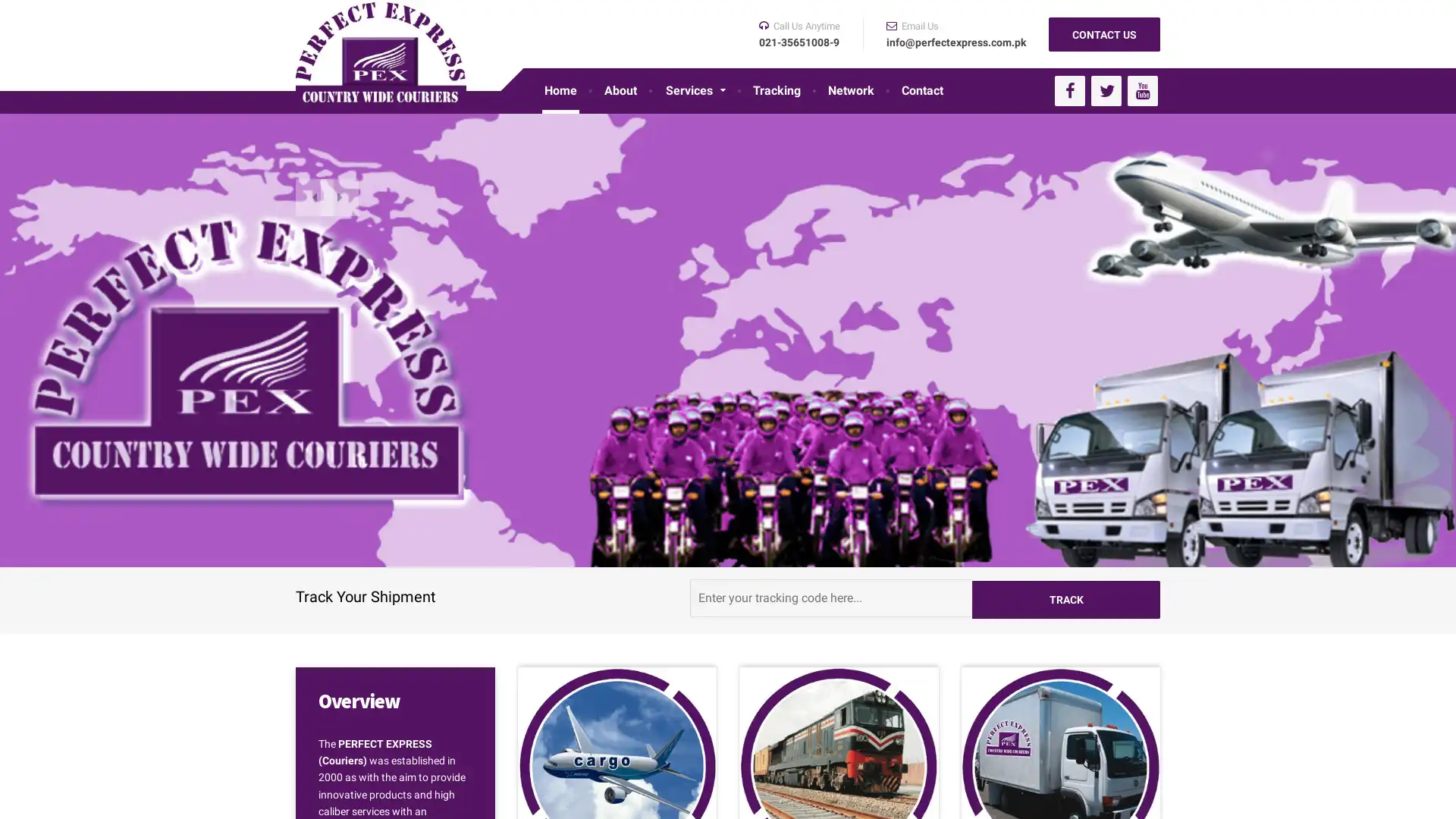 This screenshot has height=819, width=1456. I want to click on TRACK, so click(1065, 596).